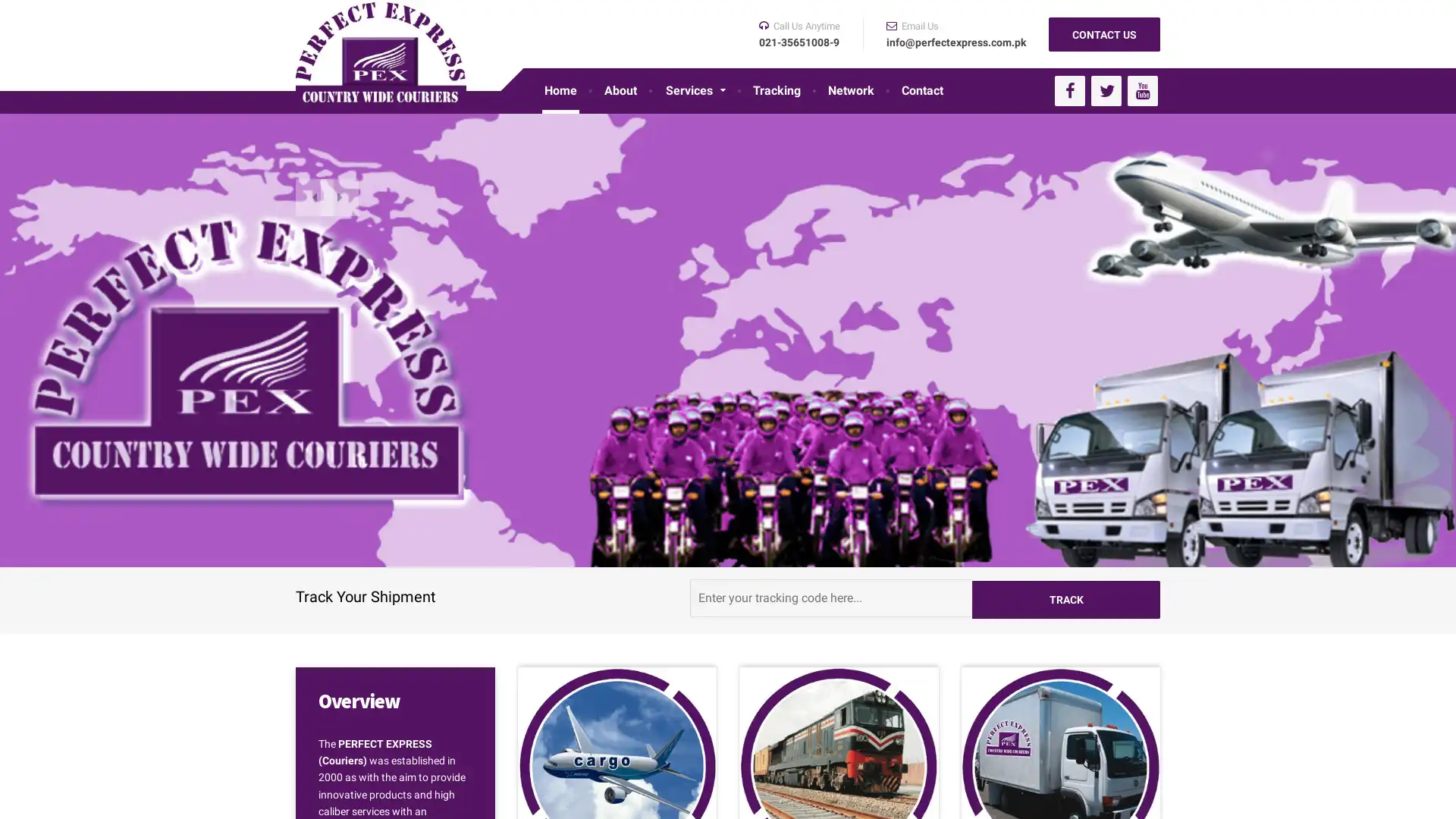 This screenshot has height=819, width=1456. I want to click on TRACK, so click(1065, 596).